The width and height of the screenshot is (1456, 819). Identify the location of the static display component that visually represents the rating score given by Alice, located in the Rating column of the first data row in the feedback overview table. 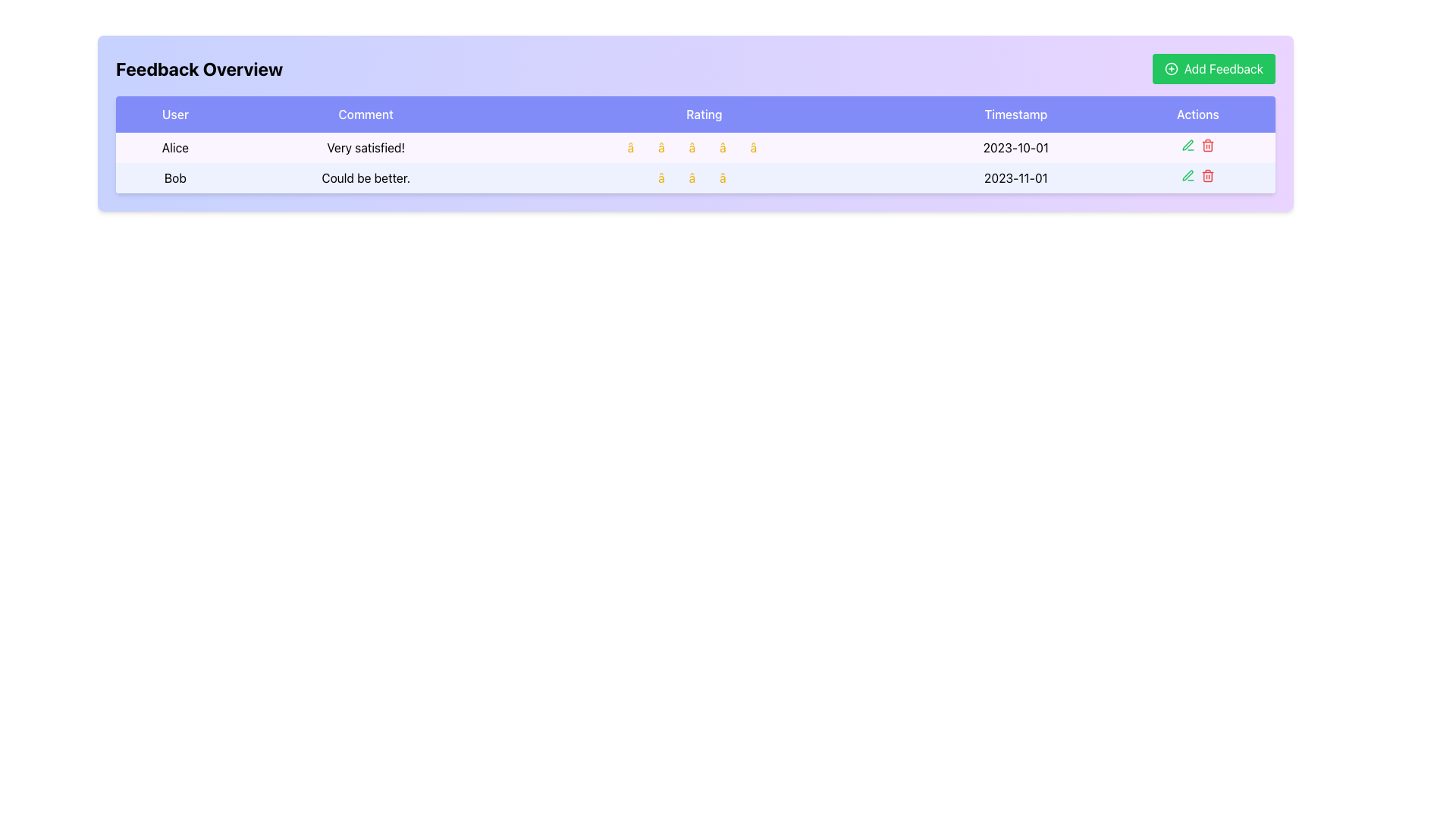
(703, 148).